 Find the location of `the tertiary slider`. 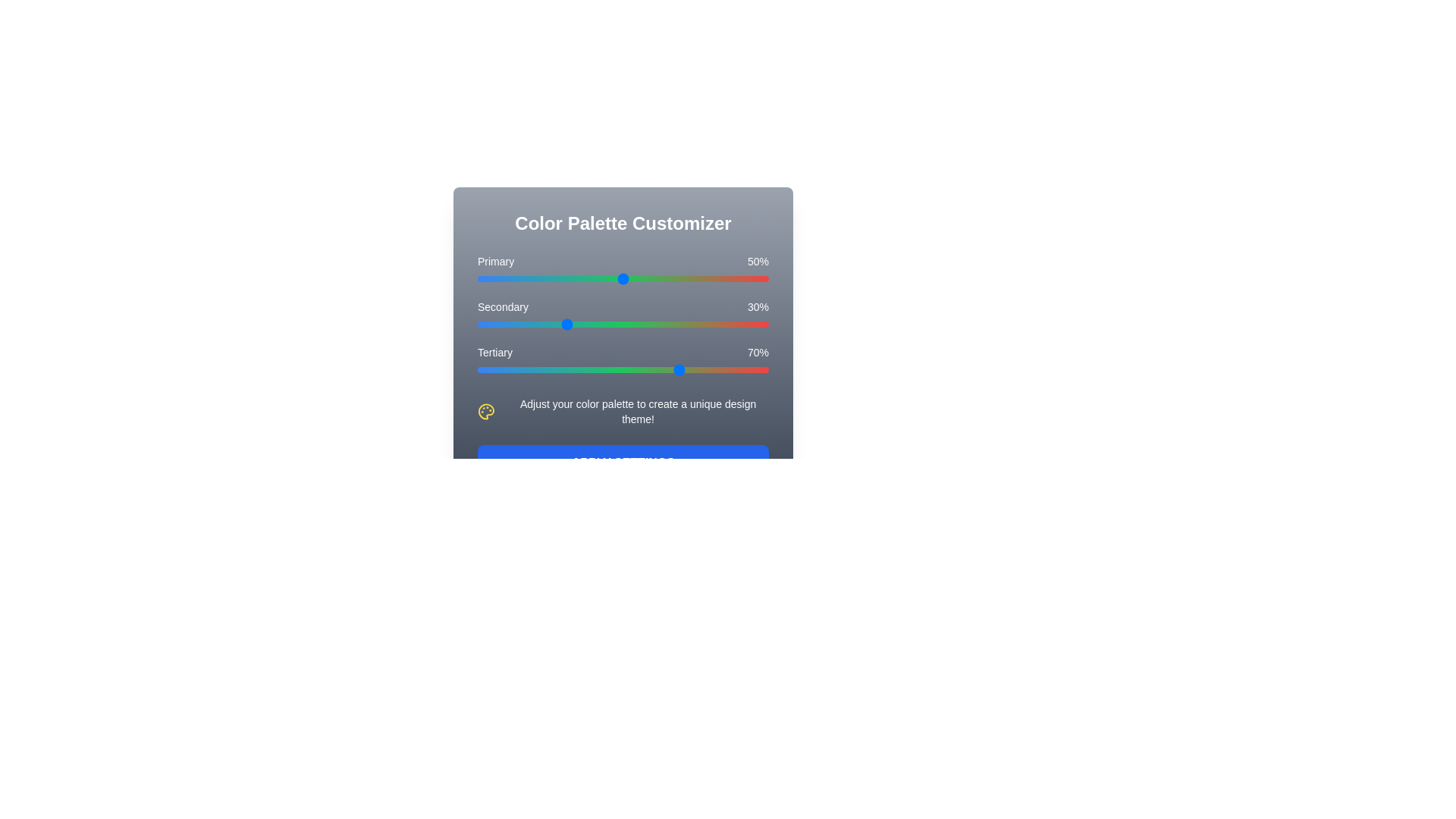

the tertiary slider is located at coordinates (566, 370).